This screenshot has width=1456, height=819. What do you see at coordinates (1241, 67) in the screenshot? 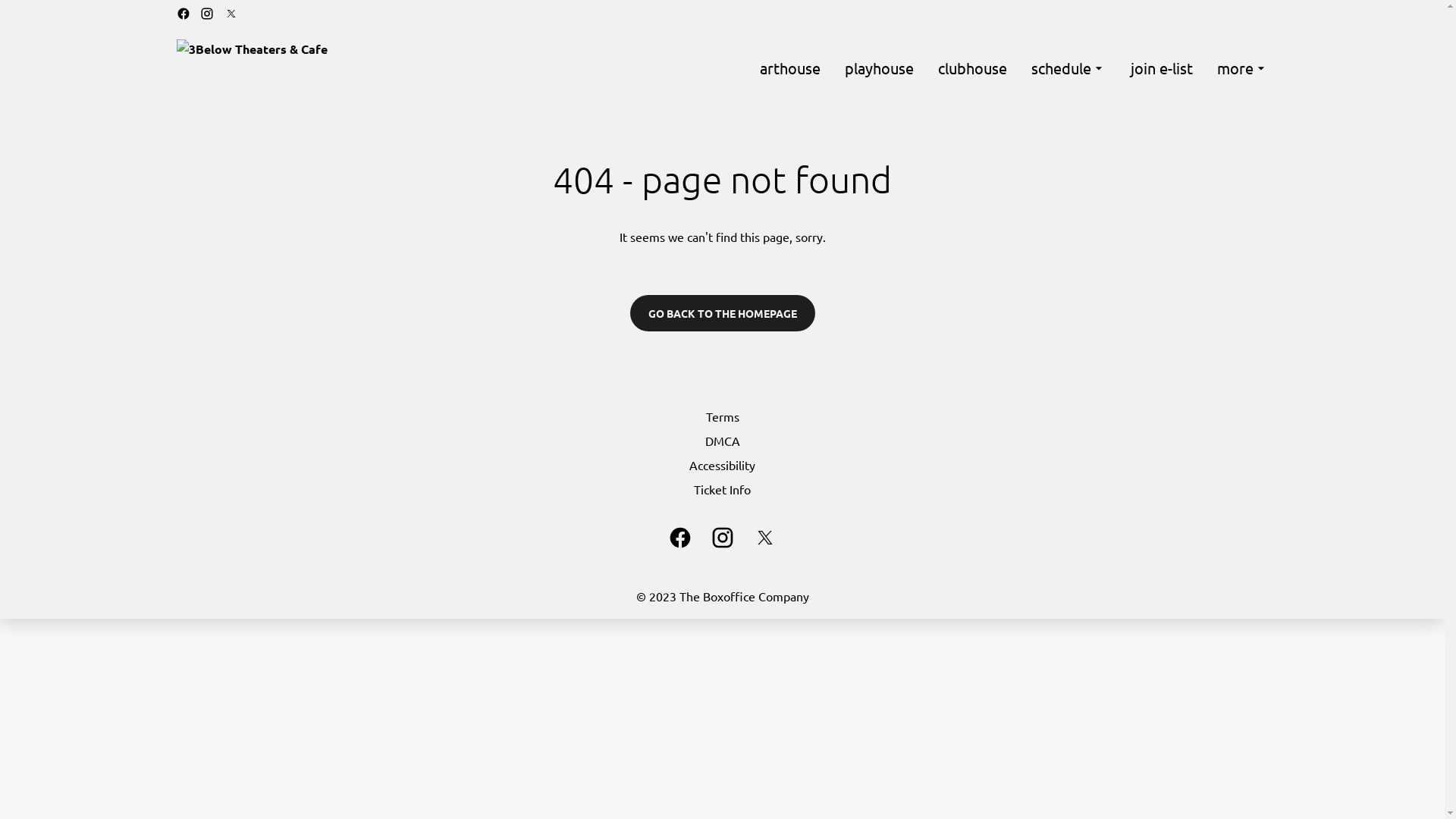
I see `'more'` at bounding box center [1241, 67].